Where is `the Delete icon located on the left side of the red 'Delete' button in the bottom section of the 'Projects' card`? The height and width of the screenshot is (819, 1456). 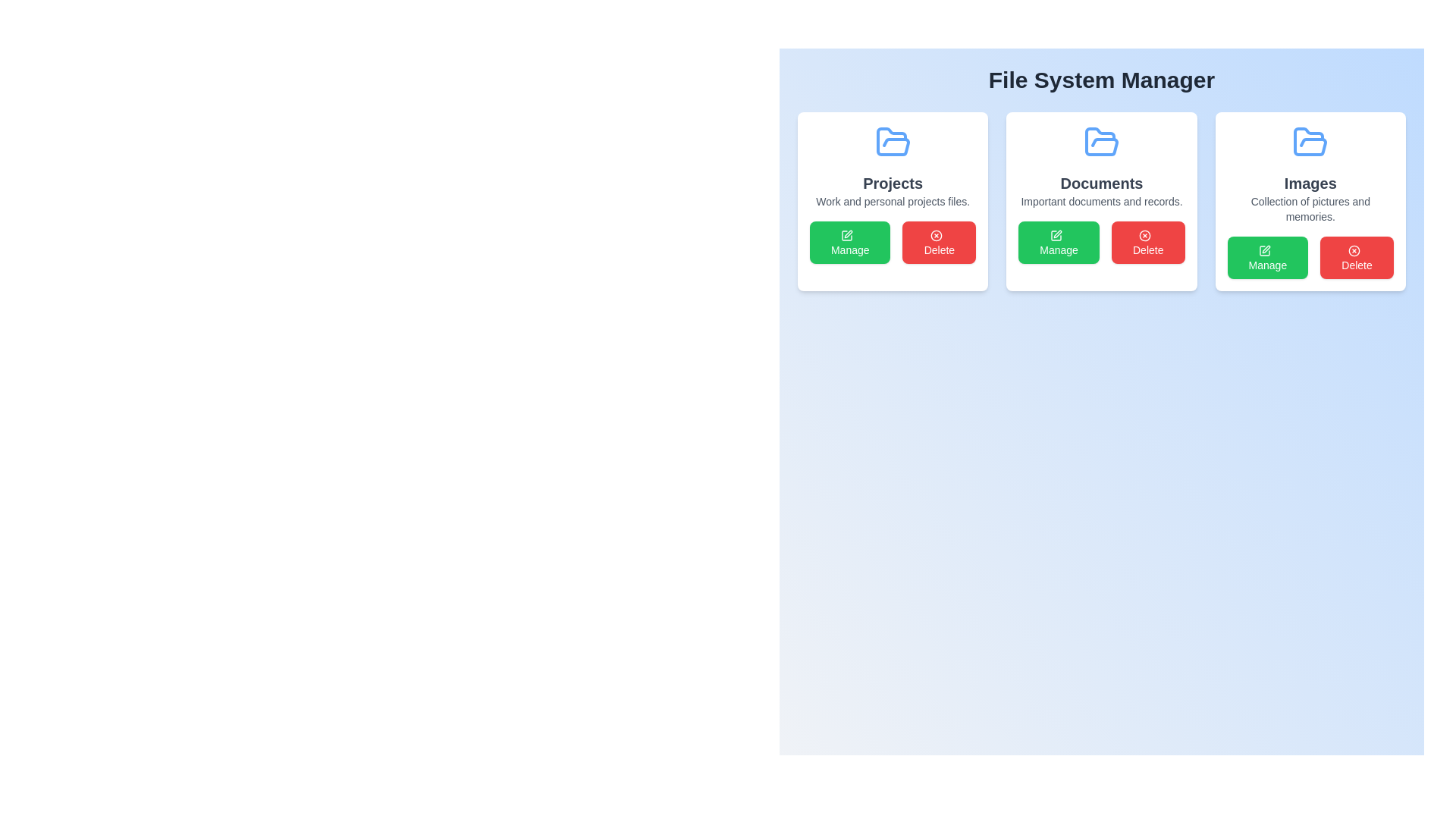 the Delete icon located on the left side of the red 'Delete' button in the bottom section of the 'Projects' card is located at coordinates (935, 236).